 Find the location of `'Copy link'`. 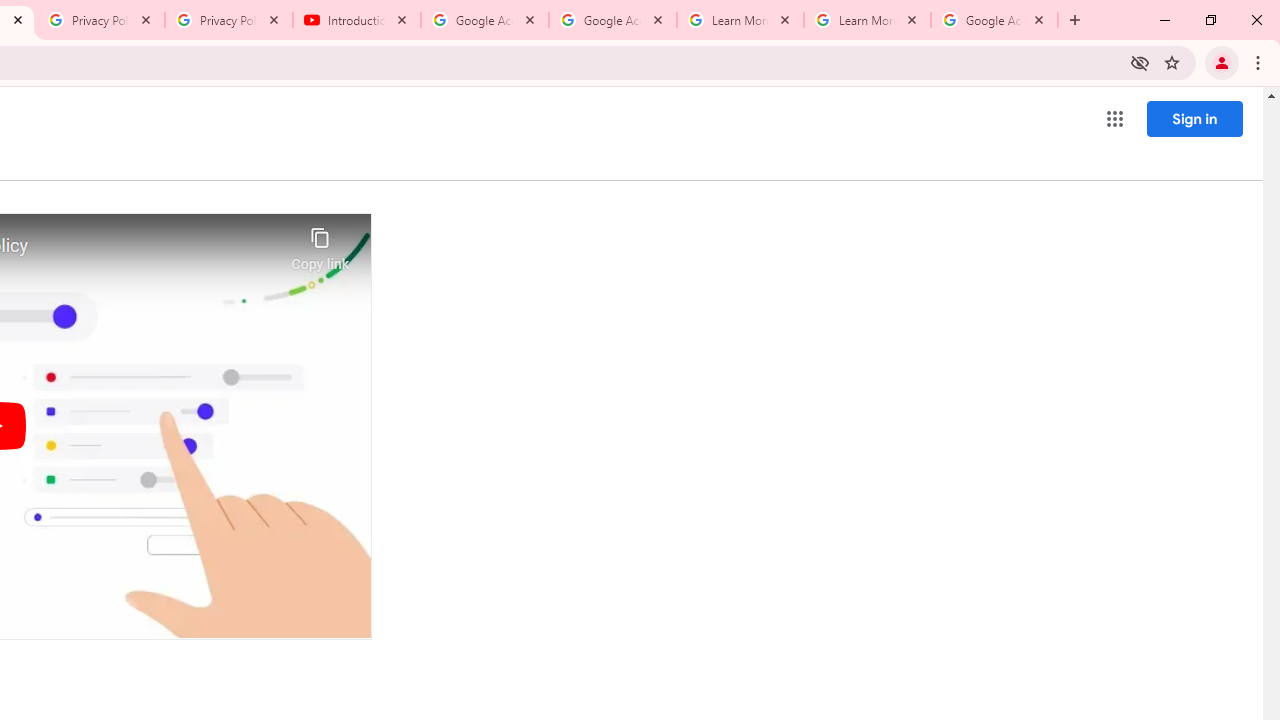

'Copy link' is located at coordinates (320, 243).